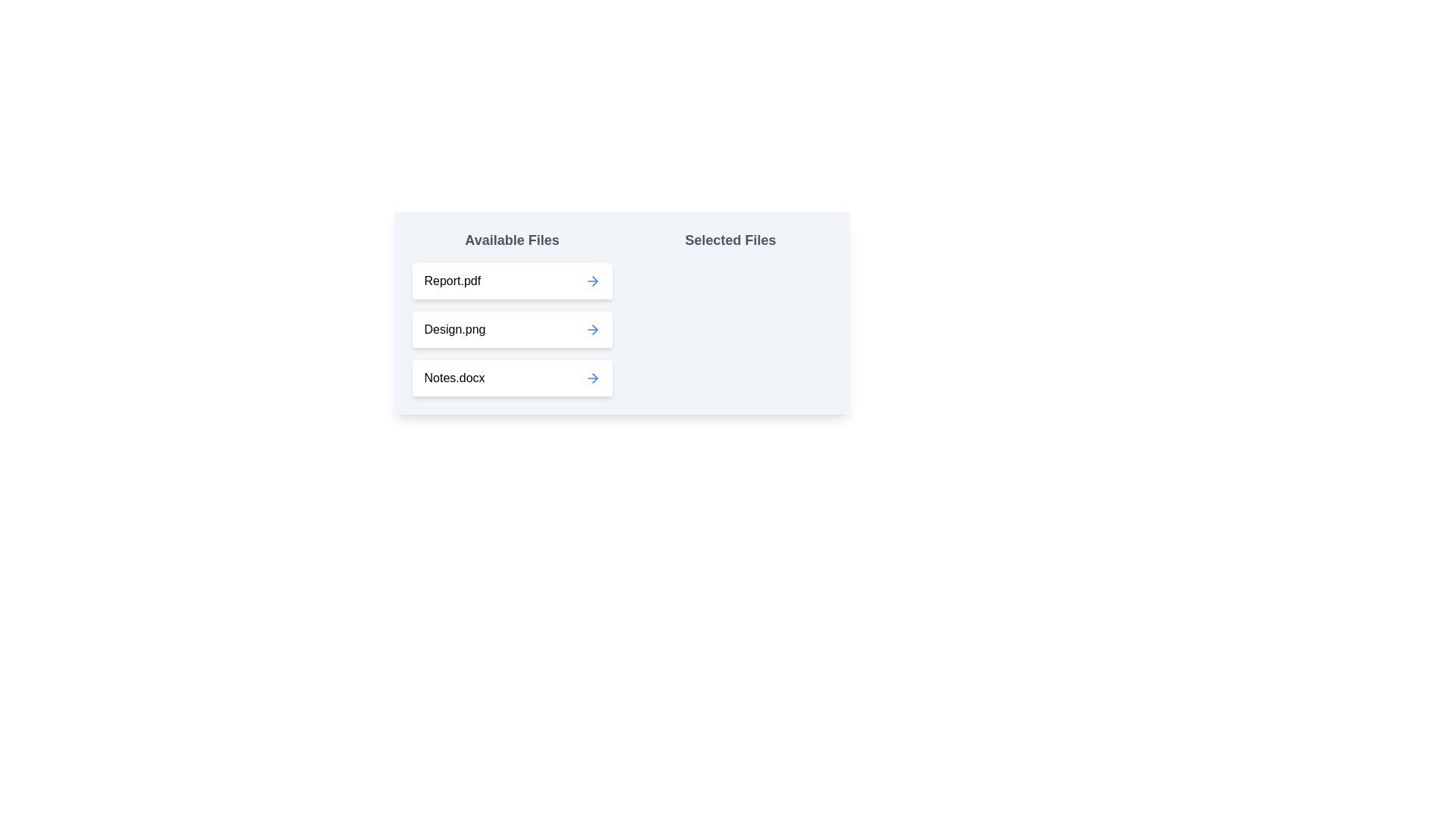  I want to click on the selectable list item labeled 'Notes.docx', so click(512, 377).